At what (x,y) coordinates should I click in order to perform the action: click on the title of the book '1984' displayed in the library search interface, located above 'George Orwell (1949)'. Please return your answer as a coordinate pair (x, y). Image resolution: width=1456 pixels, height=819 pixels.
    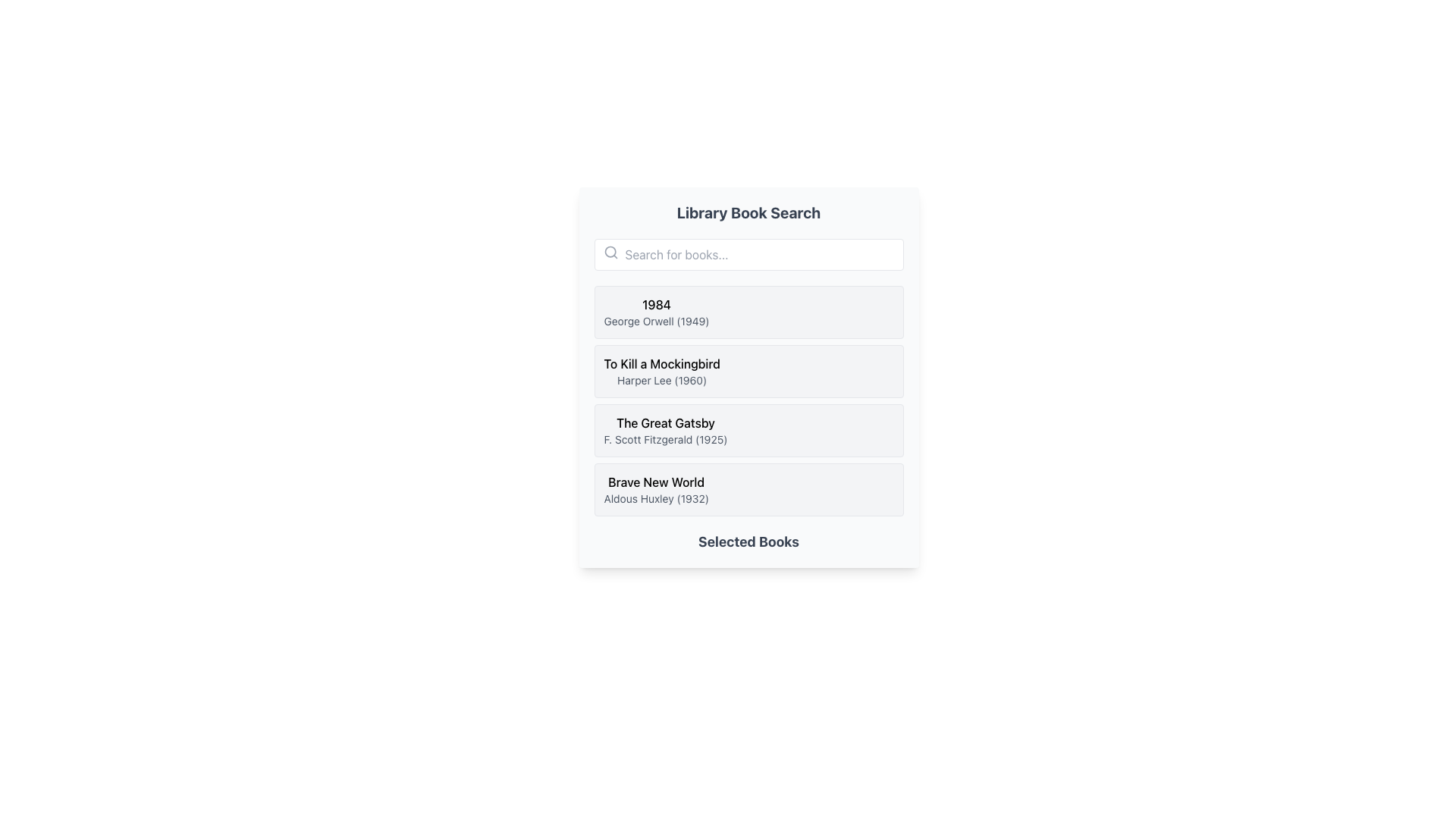
    Looking at the image, I should click on (657, 304).